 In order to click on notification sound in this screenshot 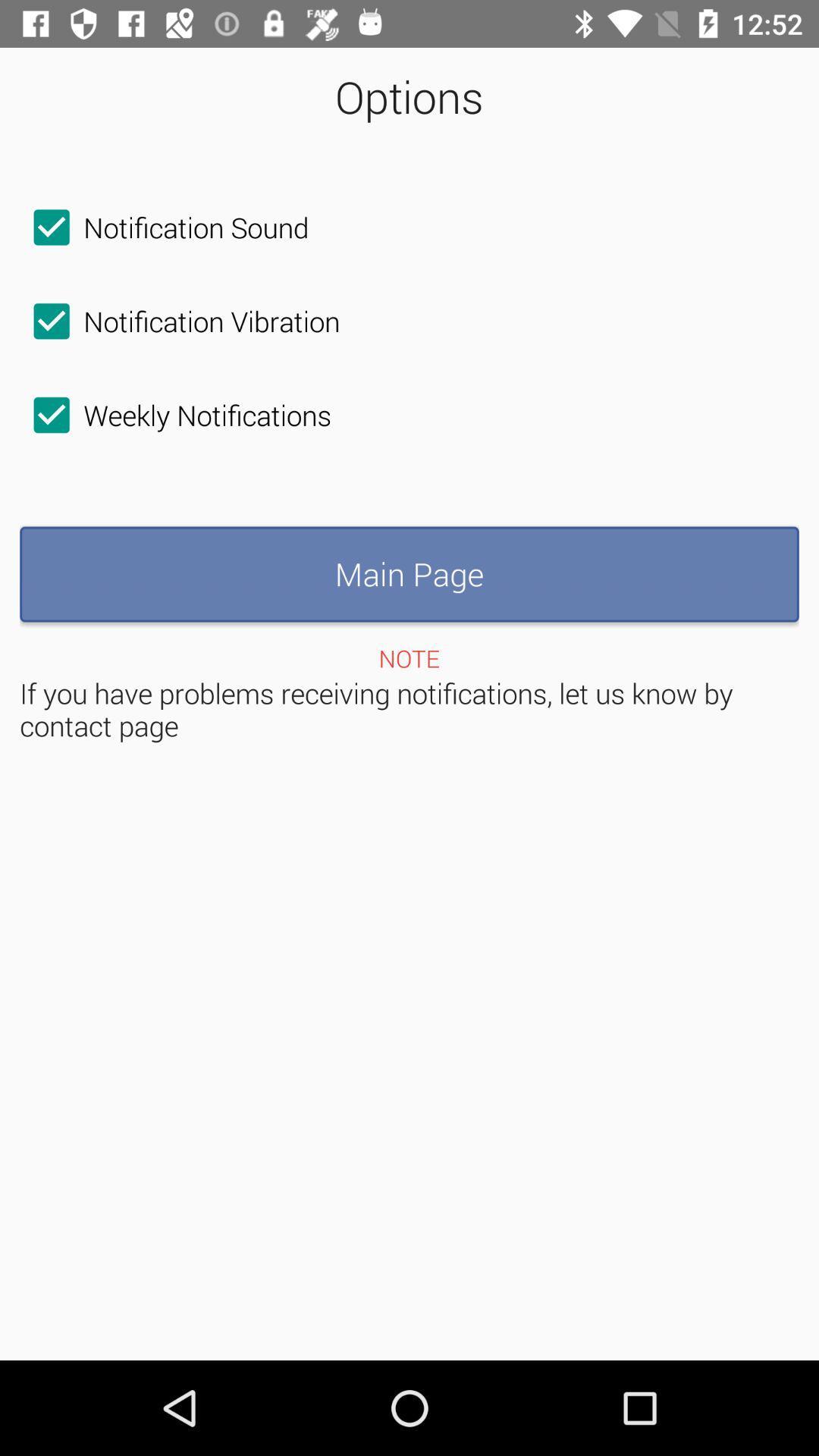, I will do `click(164, 226)`.